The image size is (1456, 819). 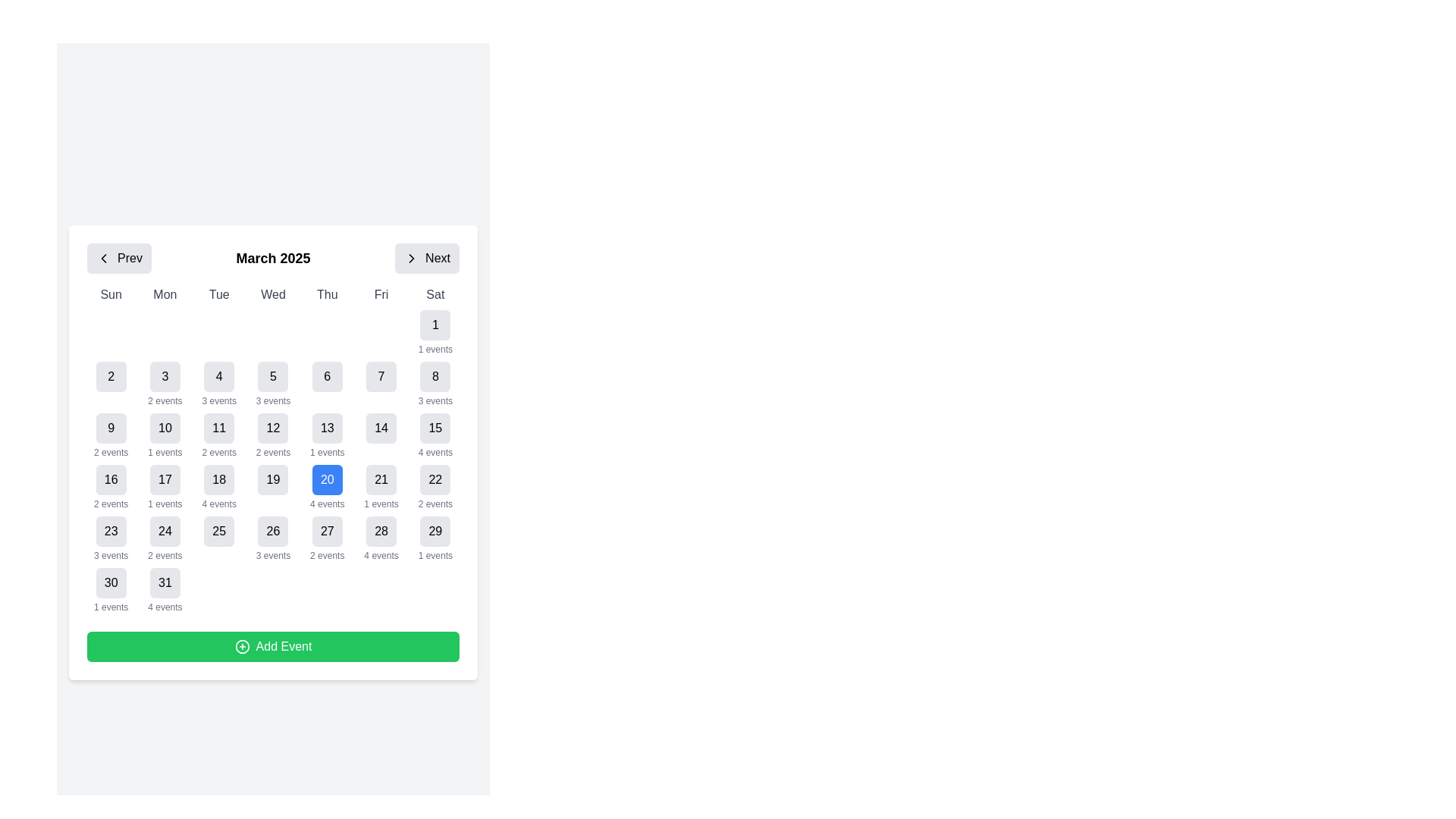 I want to click on the fifth text label in the calendar header, which indicates 'Thu', located between 'Wed' and 'Fri', so click(x=326, y=295).